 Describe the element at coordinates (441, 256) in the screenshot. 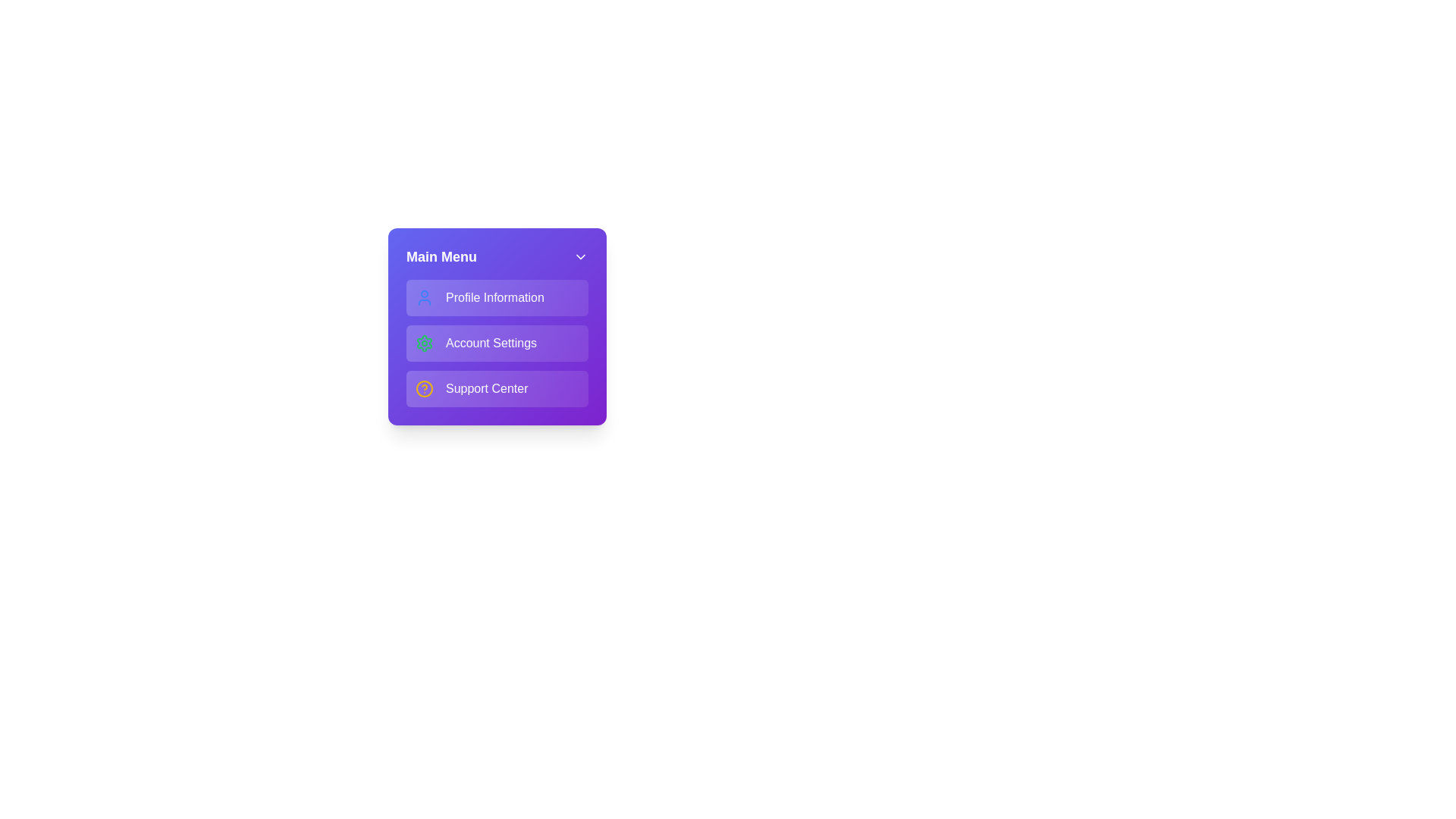

I see `the header text 'Main Menu' to toggle the visibility of the menu` at that location.